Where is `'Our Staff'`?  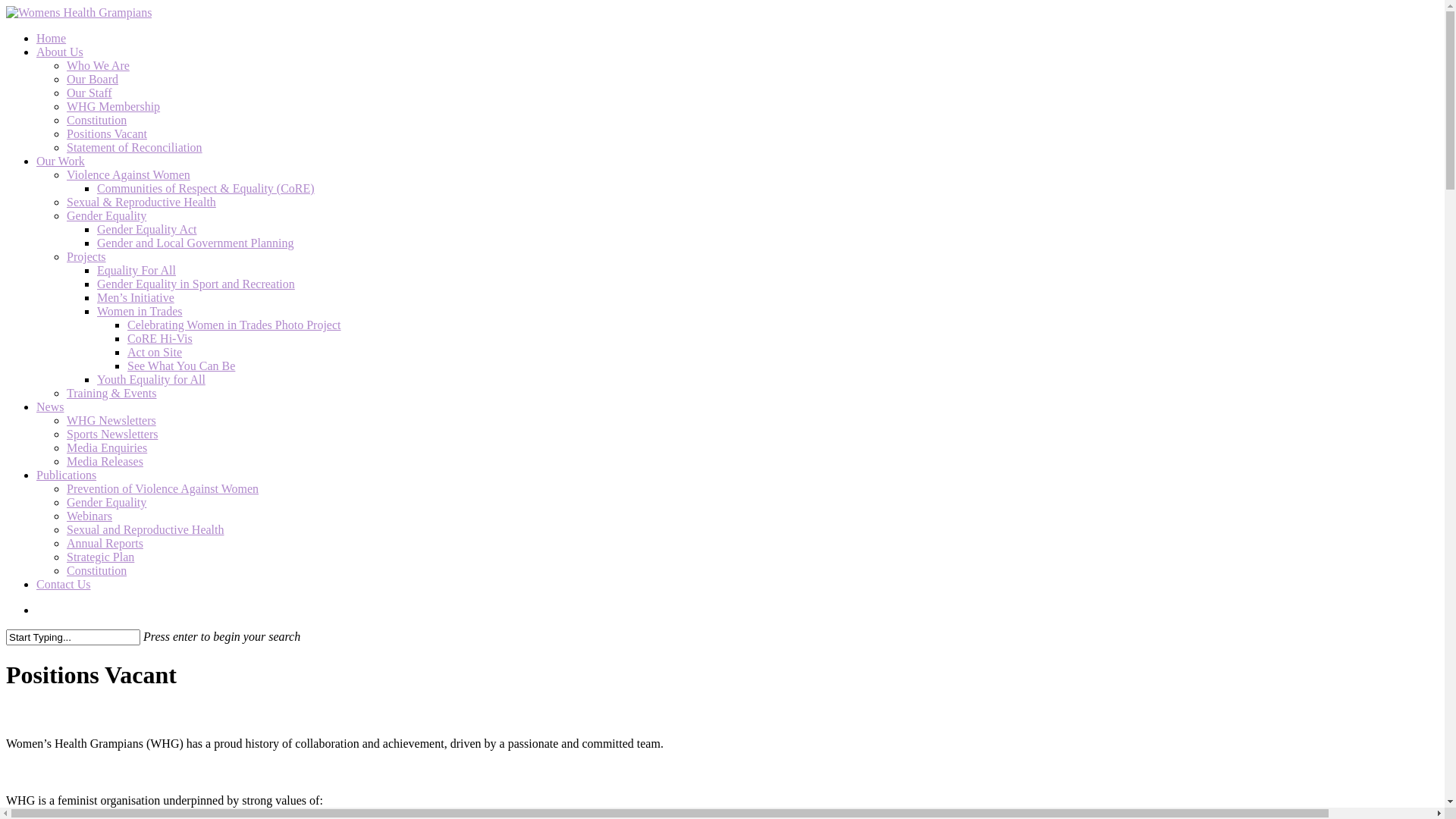
'Our Staff' is located at coordinates (89, 93).